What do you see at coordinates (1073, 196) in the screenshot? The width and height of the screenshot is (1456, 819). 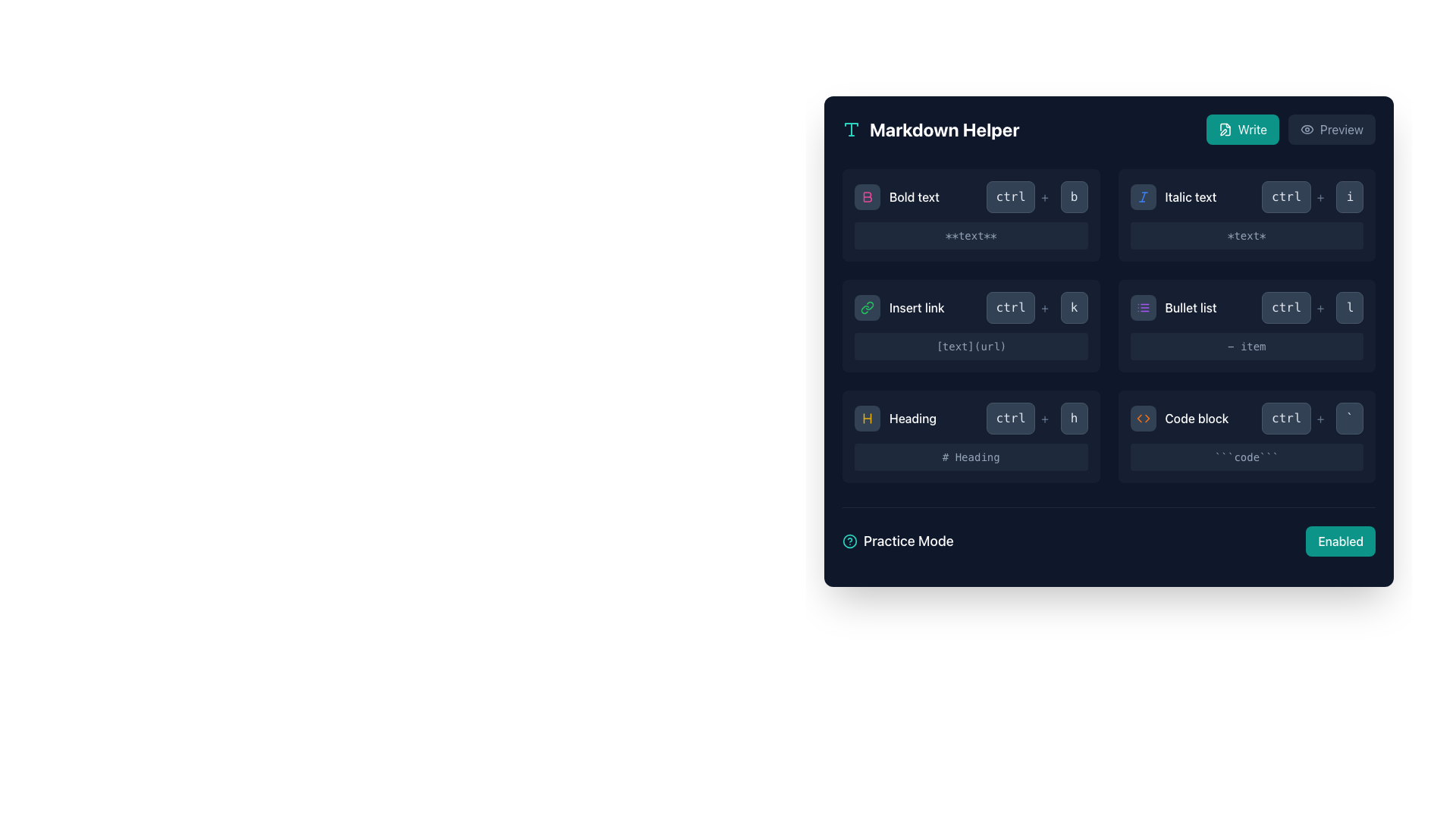 I see `the rounded rectangular button displaying the character 'b' with a dark slate background, located in the upper-left section of the Markdown helper shortcuts grid` at bounding box center [1073, 196].